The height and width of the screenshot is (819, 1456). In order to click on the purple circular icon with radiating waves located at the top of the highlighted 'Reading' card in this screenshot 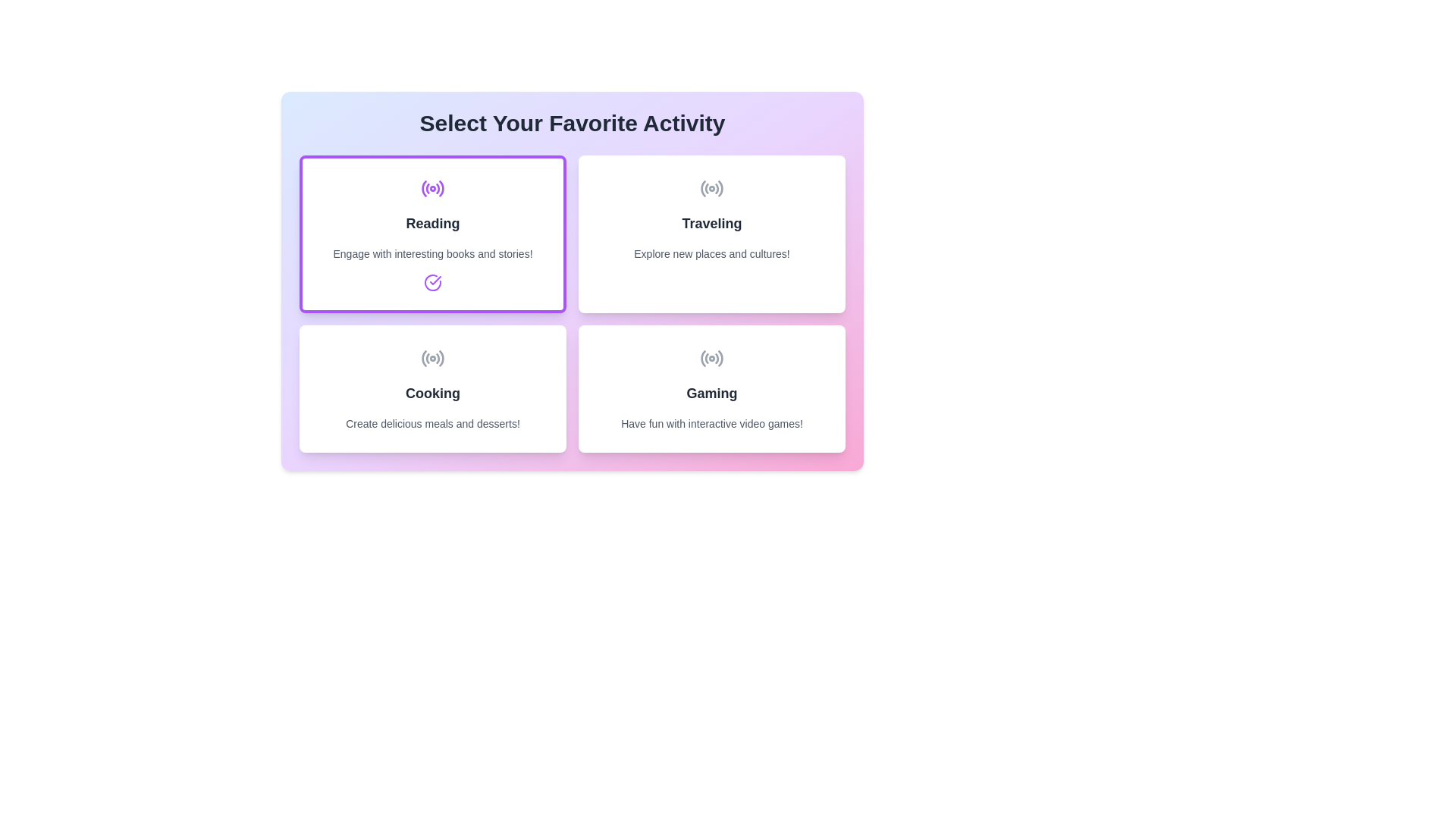, I will do `click(432, 188)`.